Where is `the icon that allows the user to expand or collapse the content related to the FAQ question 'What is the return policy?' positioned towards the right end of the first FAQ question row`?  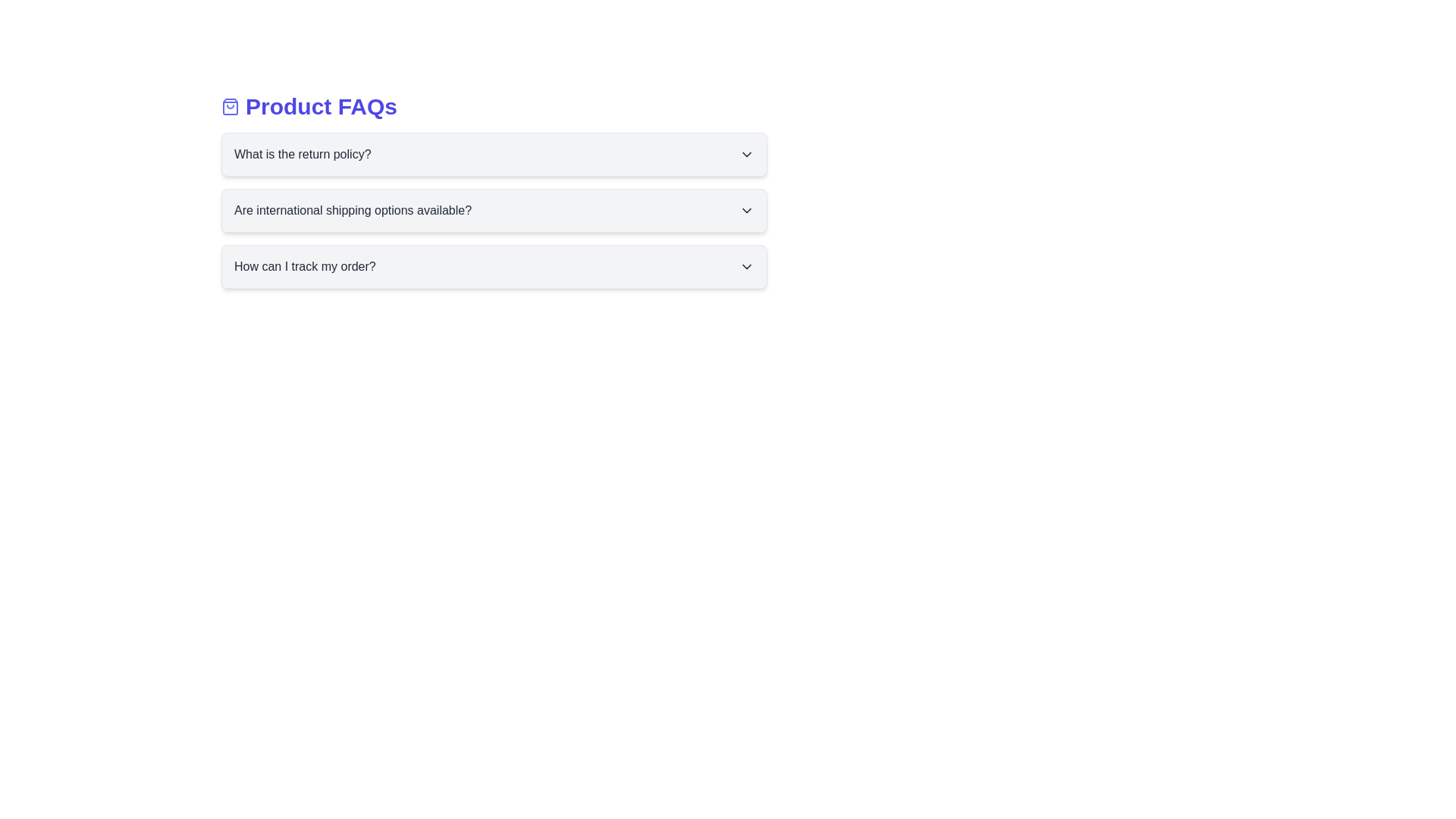
the icon that allows the user to expand or collapse the content related to the FAQ question 'What is the return policy?' positioned towards the right end of the first FAQ question row is located at coordinates (746, 155).